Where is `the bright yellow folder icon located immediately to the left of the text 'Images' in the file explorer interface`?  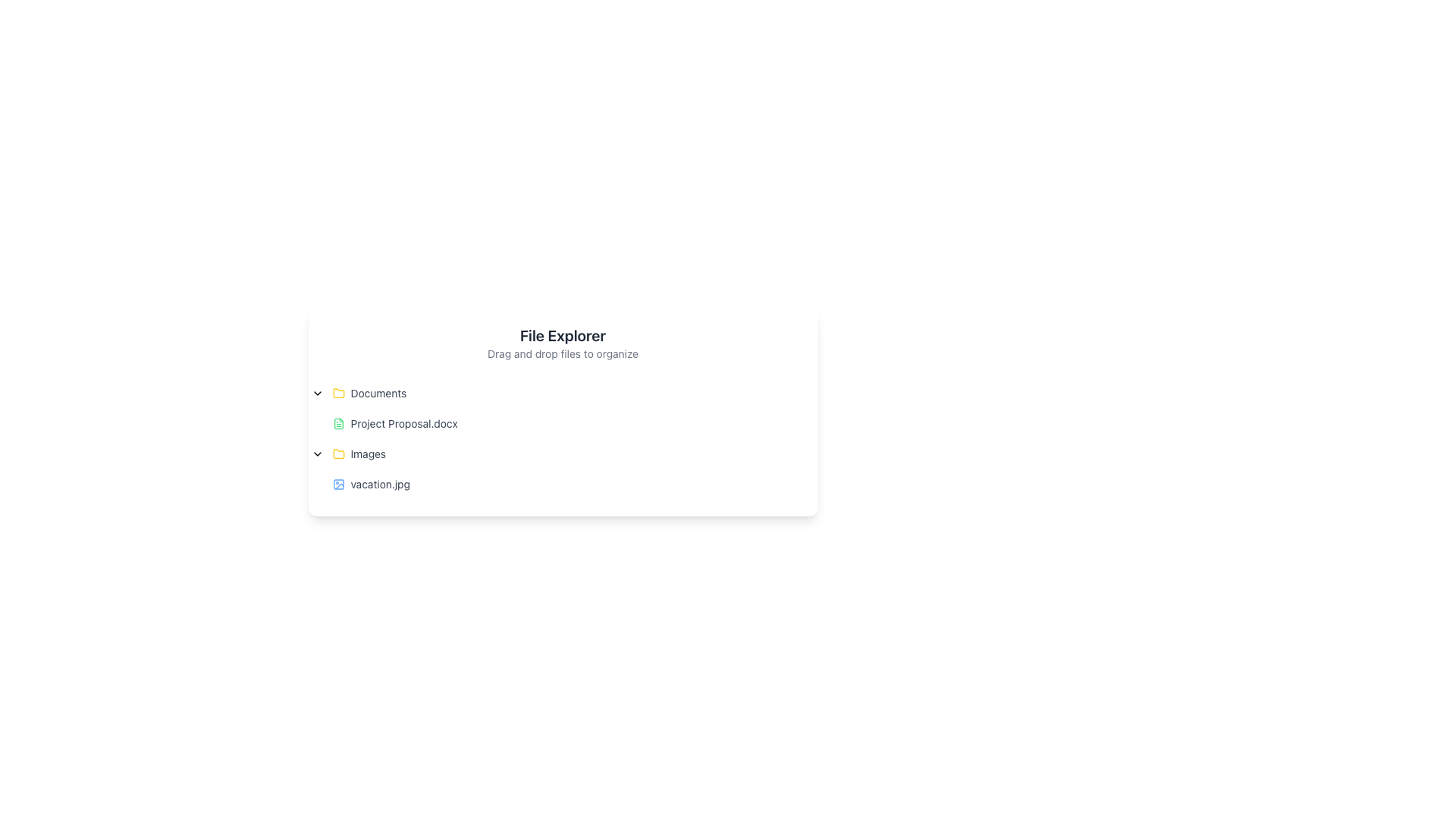
the bright yellow folder icon located immediately to the left of the text 'Images' in the file explorer interface is located at coordinates (337, 453).